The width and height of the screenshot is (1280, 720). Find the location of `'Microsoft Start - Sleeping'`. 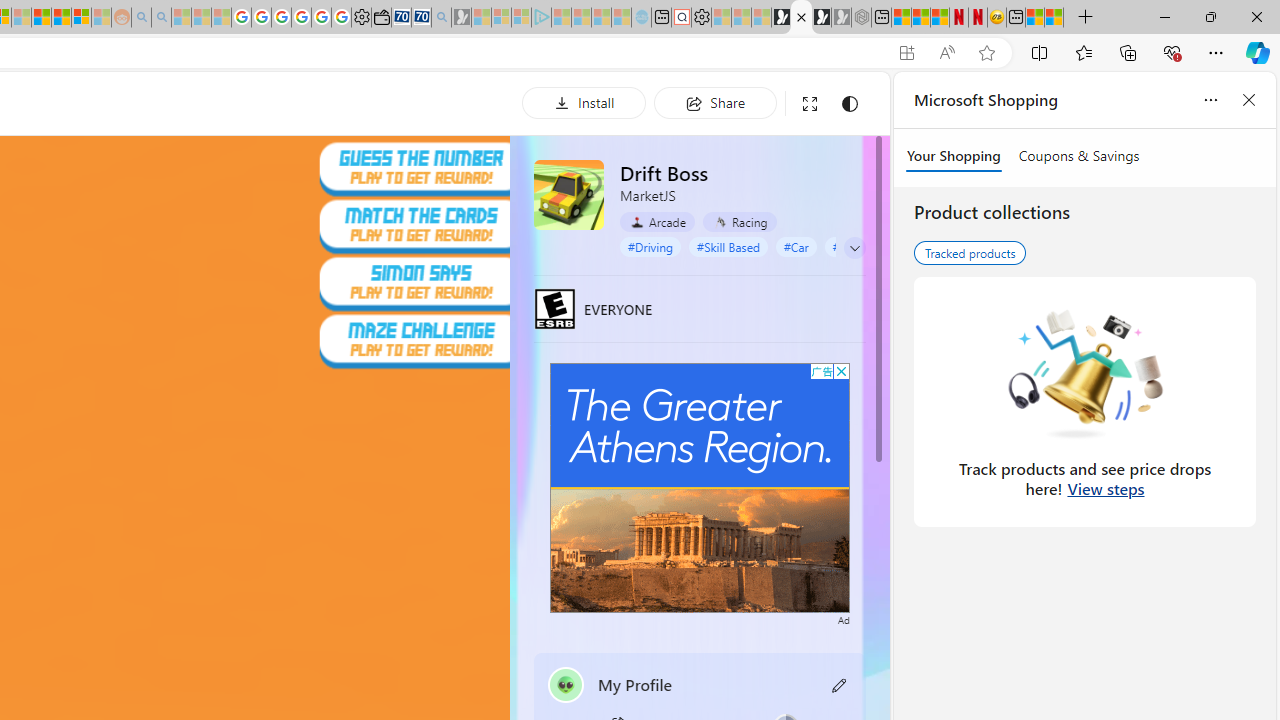

'Microsoft Start - Sleeping' is located at coordinates (599, 17).